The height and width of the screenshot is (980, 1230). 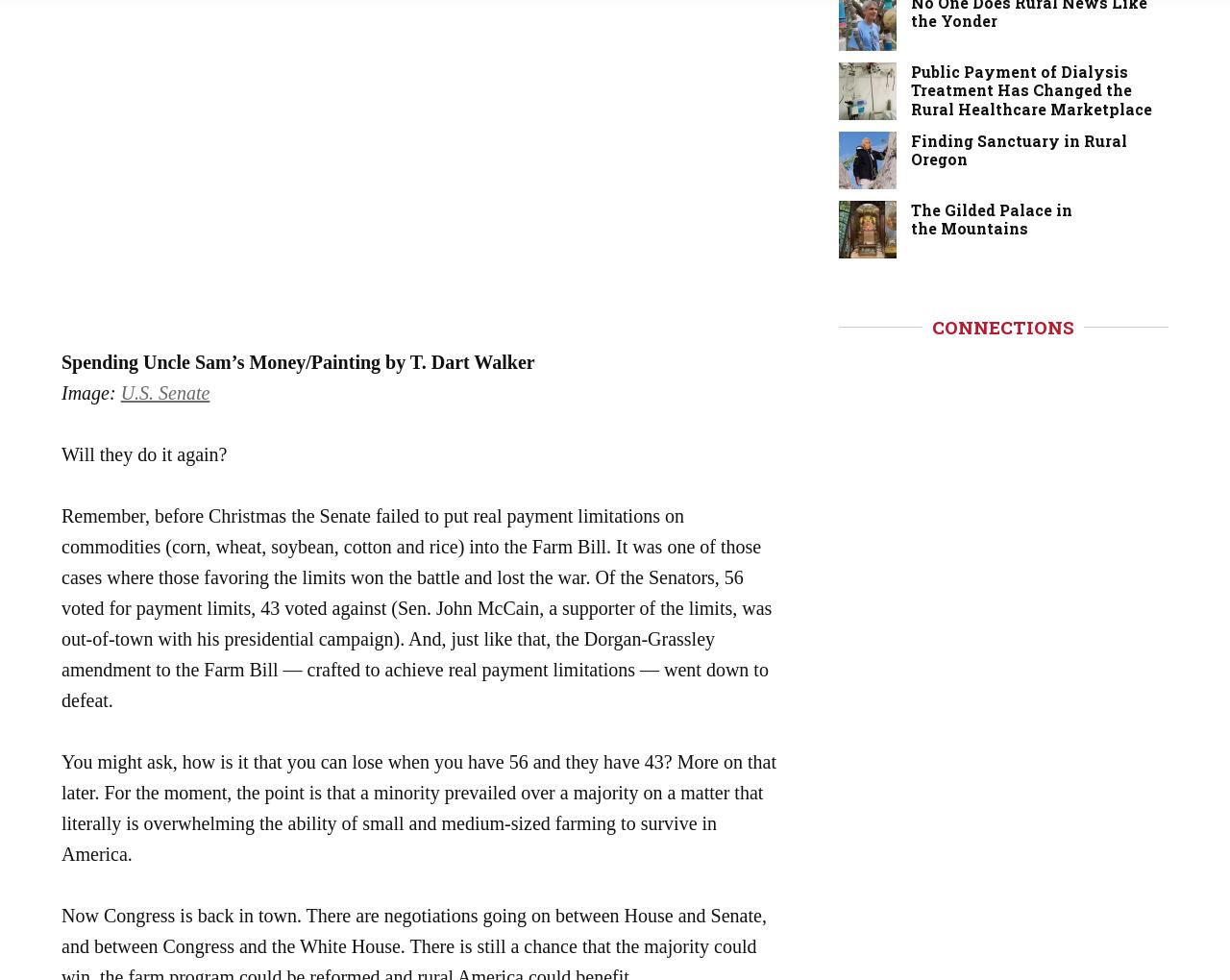 What do you see at coordinates (61, 806) in the screenshot?
I see `'You might ask, how is it that you can lose when you have 56 and they have 43? More on that later. For the moment, the point is that a minority prevailed over a majority on a matter that literally is overwhelming the ability of small and medium-sized farming to survive in America.'` at bounding box center [61, 806].